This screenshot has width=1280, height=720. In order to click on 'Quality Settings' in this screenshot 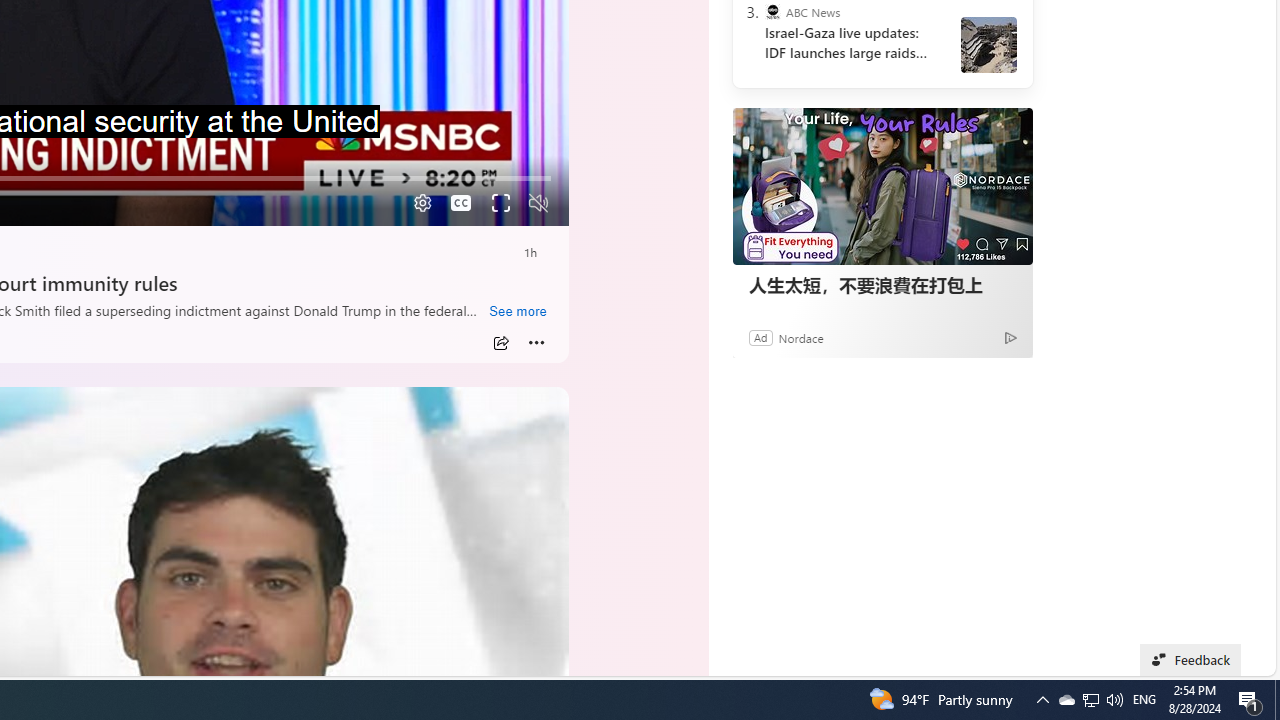, I will do `click(420, 203)`.